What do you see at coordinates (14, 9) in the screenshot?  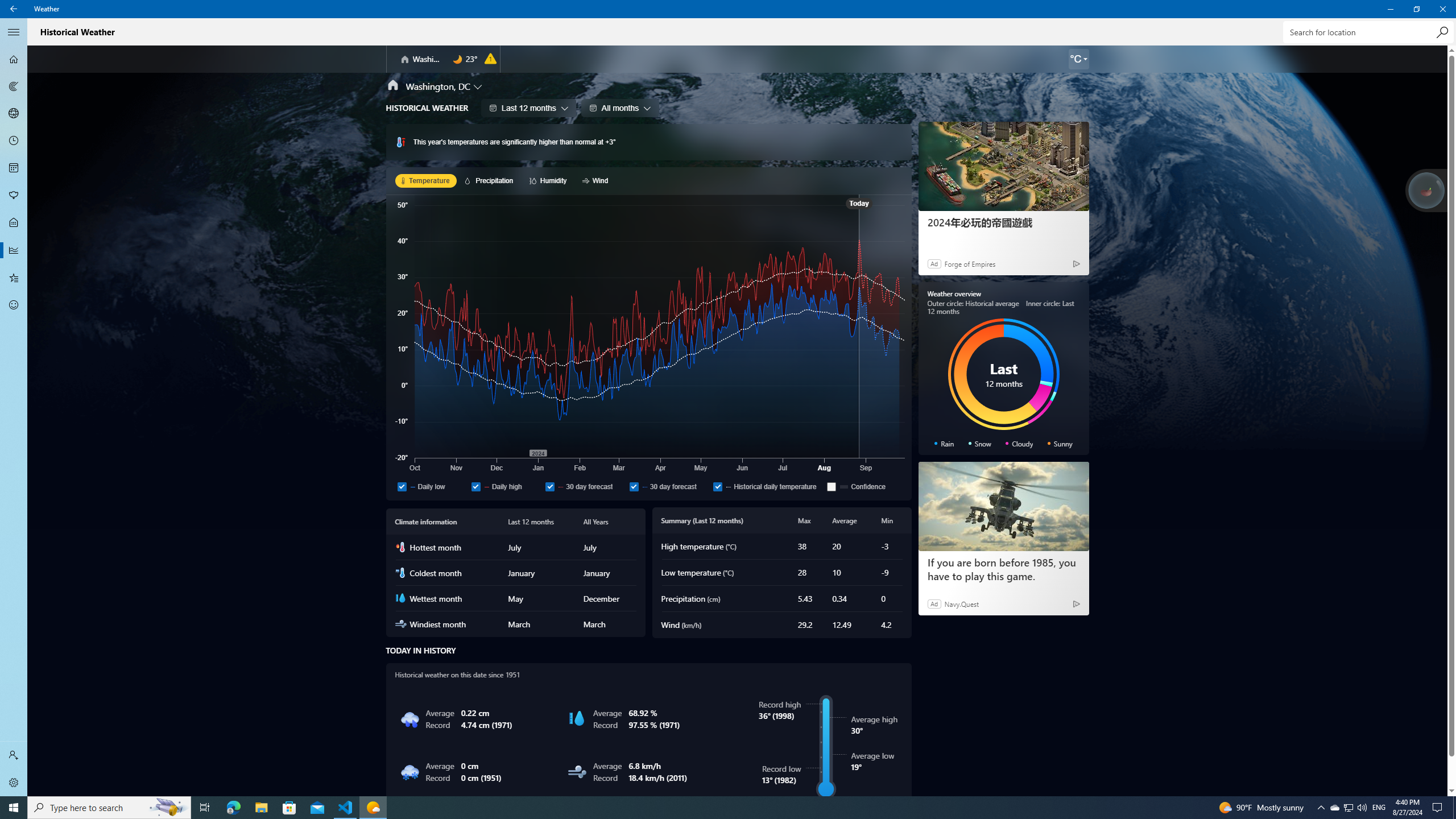 I see `'Back'` at bounding box center [14, 9].